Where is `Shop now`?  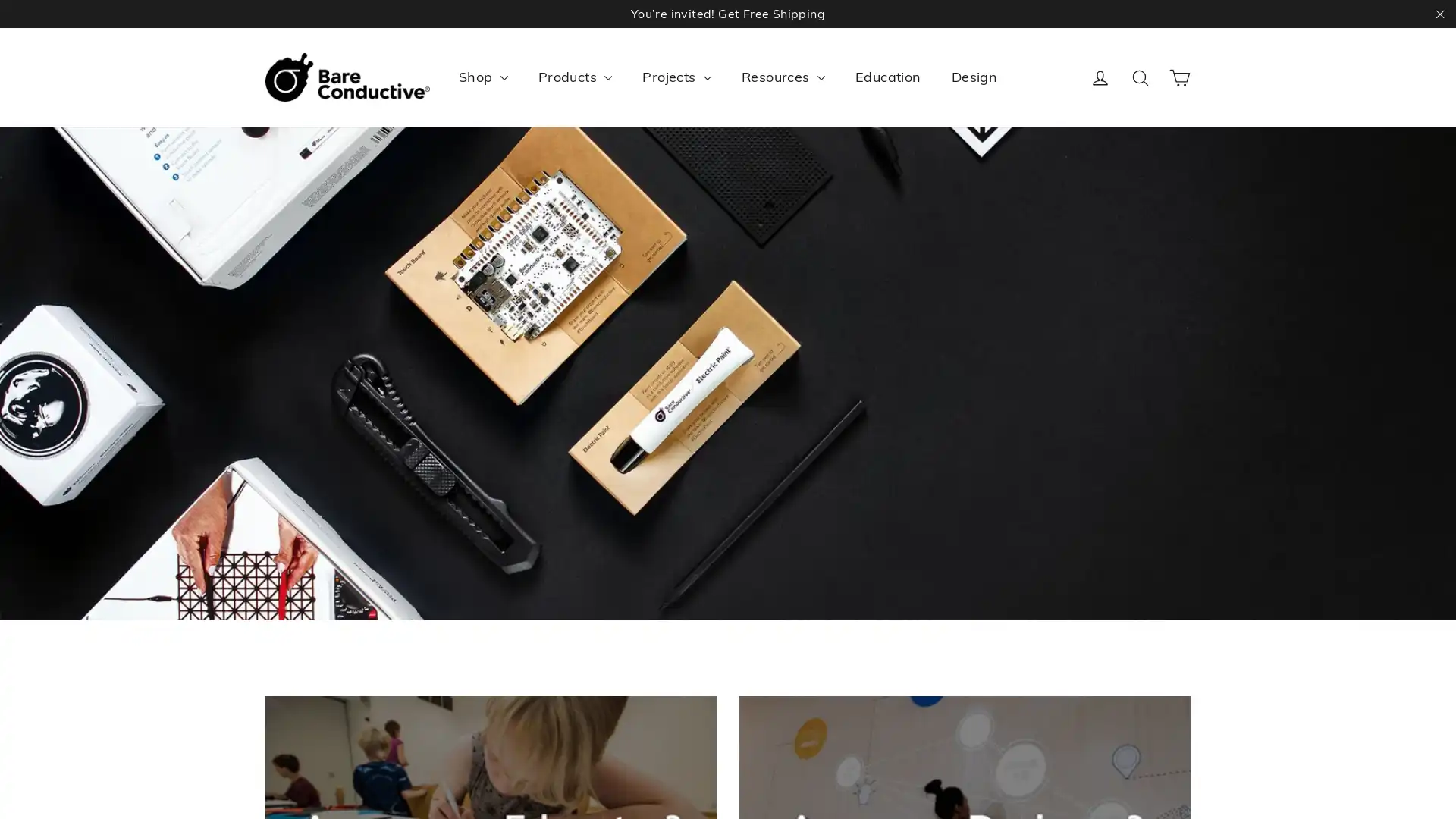
Shop now is located at coordinates (728, 485).